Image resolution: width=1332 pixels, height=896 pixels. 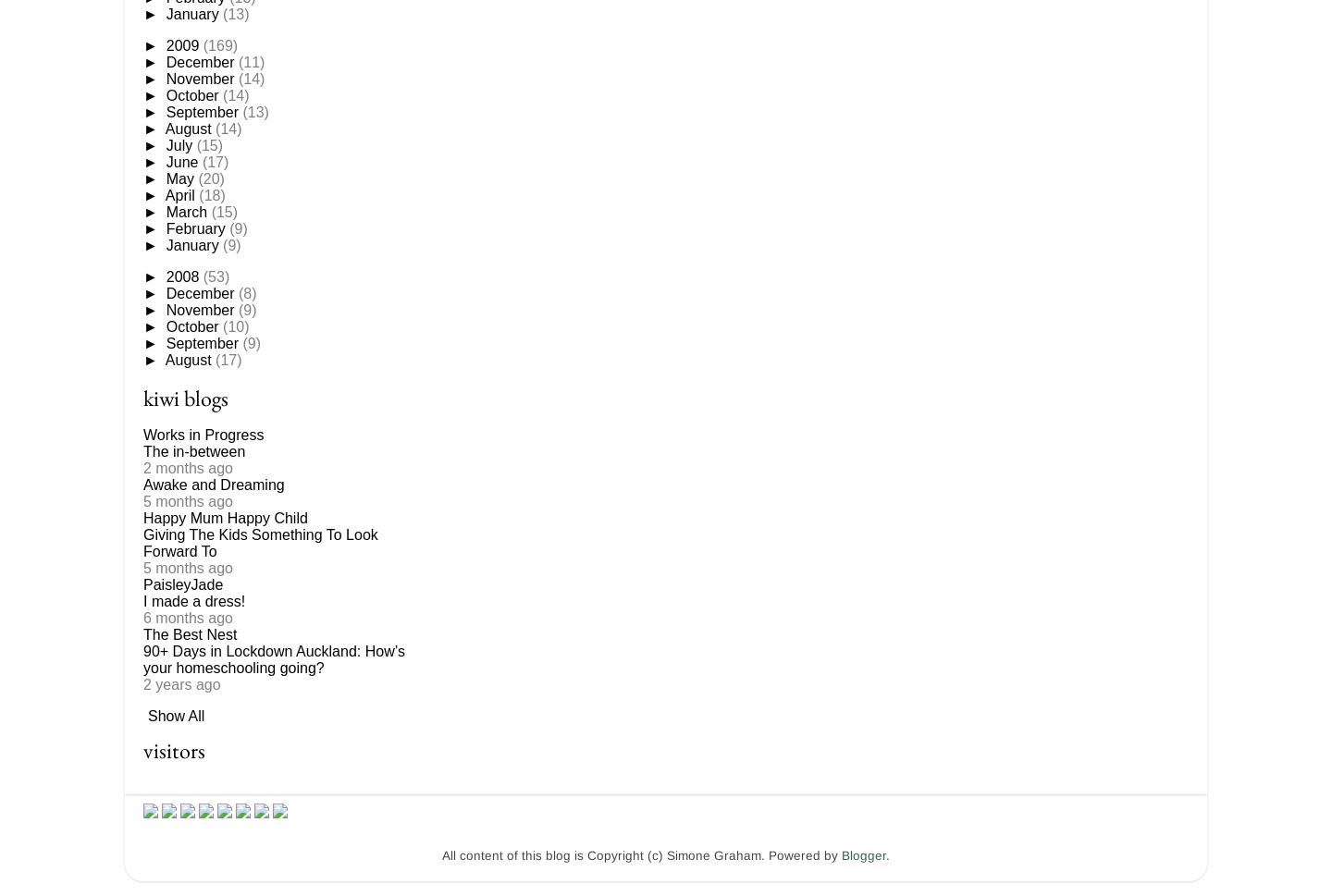 I want to click on 'PaisleyJade', so click(x=183, y=584).